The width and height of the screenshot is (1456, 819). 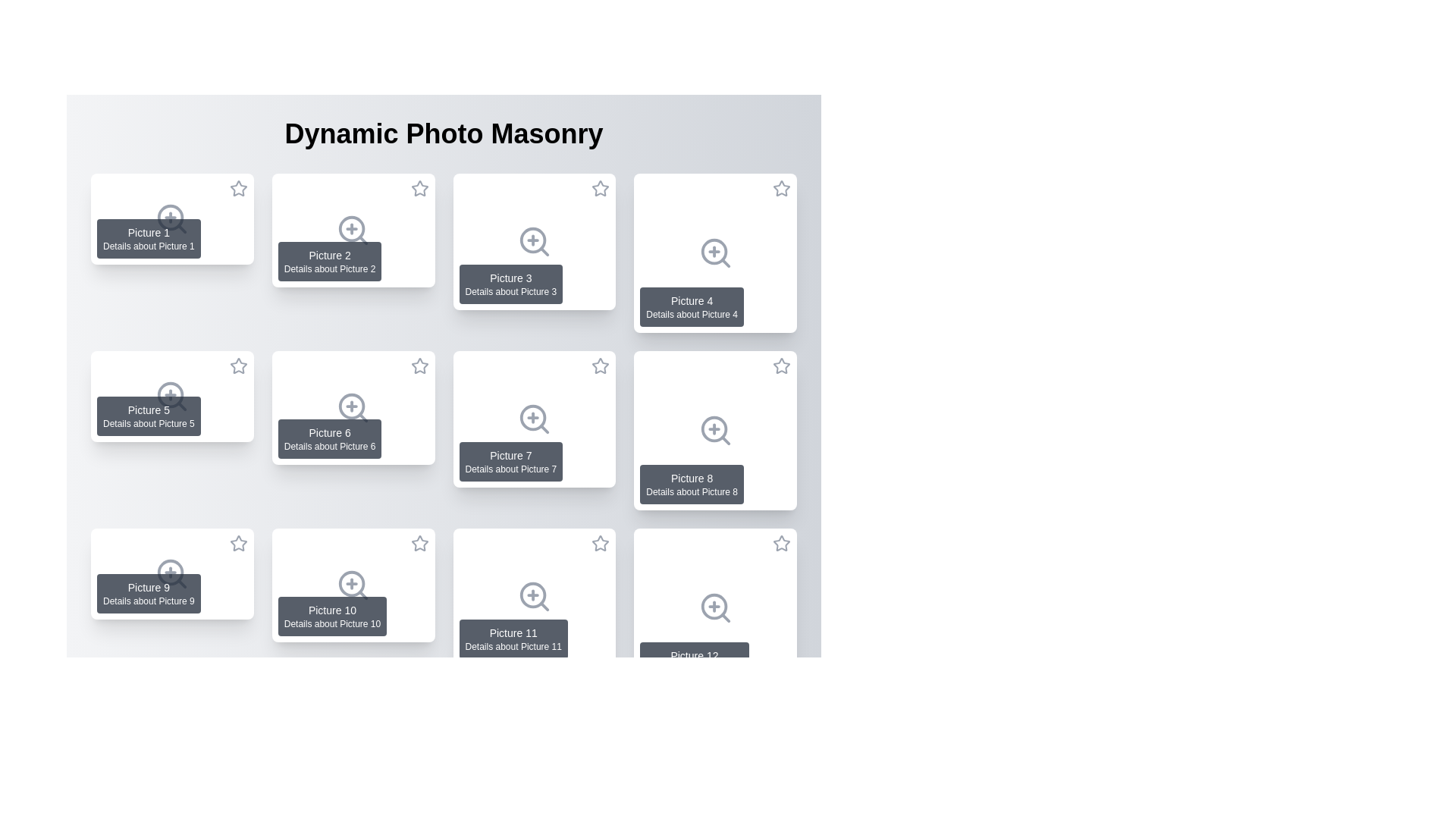 What do you see at coordinates (419, 190) in the screenshot?
I see `the star icon with a gray outline located in the top-right corner of the 'Picture 2' card` at bounding box center [419, 190].